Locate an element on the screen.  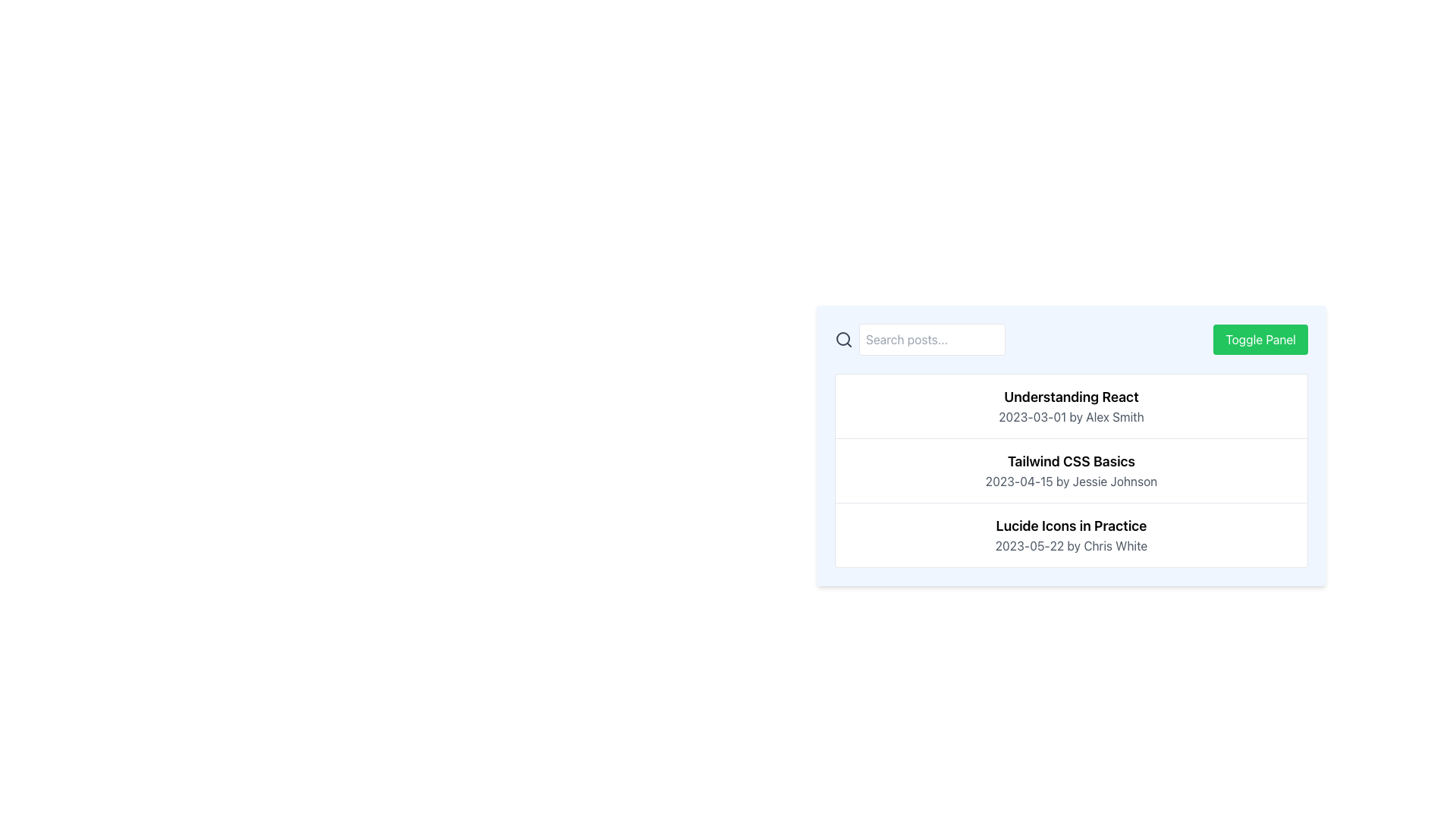
the text label displaying '2023-03-01 by Alex Smith', which is styled in gray and positioned below the title 'Understanding React' is located at coordinates (1070, 417).